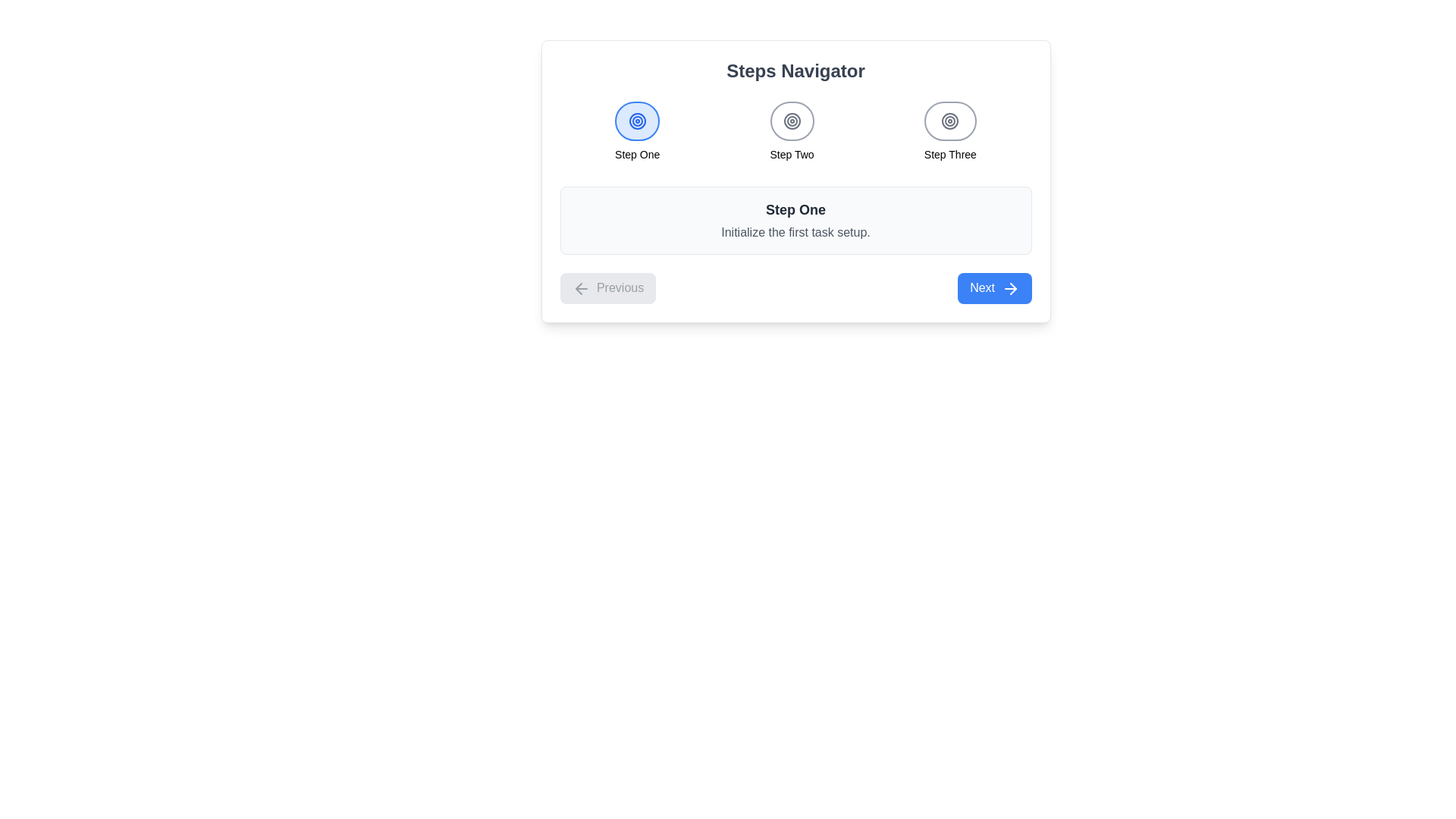 This screenshot has width=1456, height=819. Describe the element at coordinates (791, 120) in the screenshot. I see `the second circular Navigation step indicator labeled 'Step Two' in the navigation bar` at that location.